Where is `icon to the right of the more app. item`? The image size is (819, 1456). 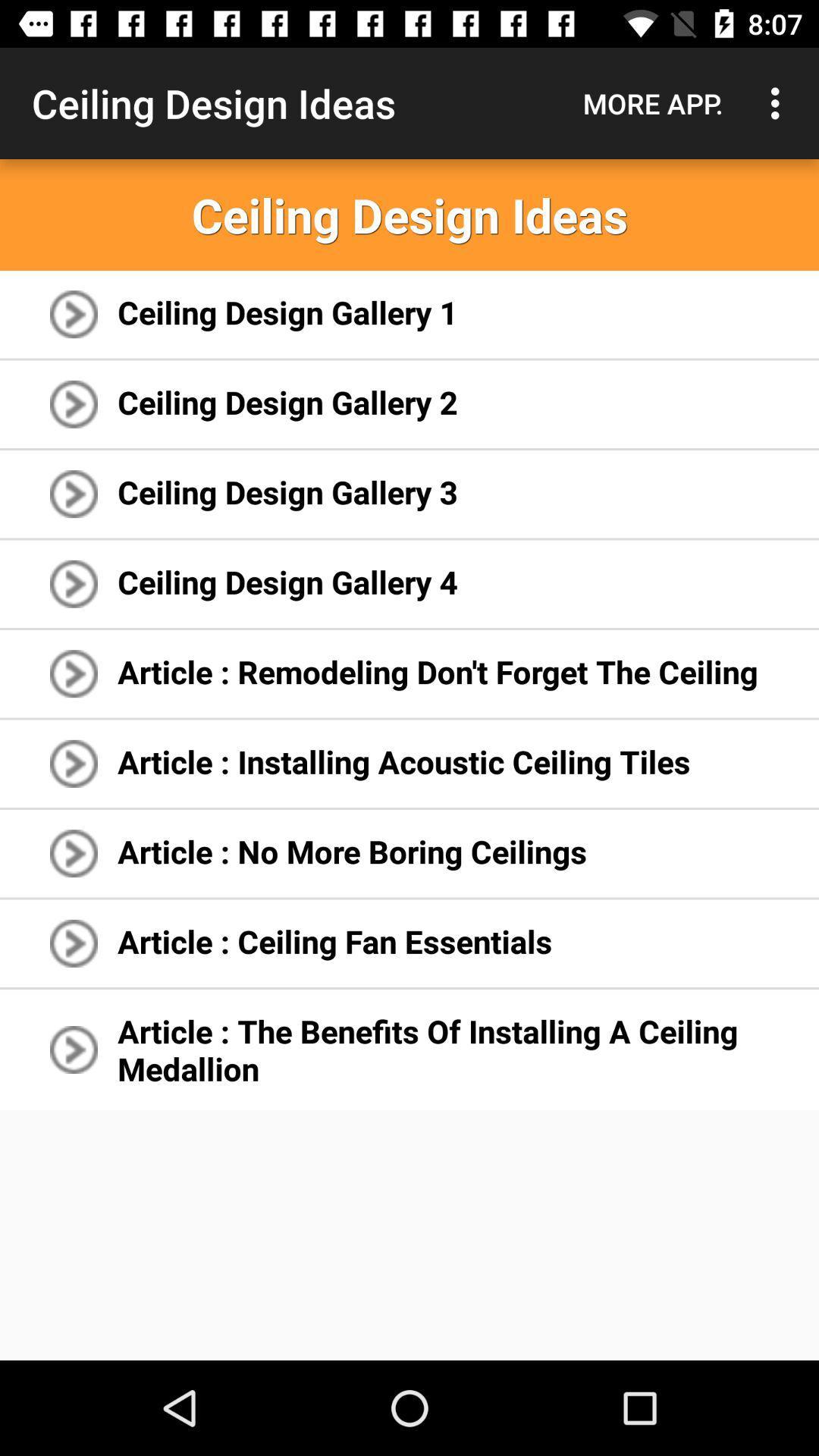 icon to the right of the more app. item is located at coordinates (779, 102).